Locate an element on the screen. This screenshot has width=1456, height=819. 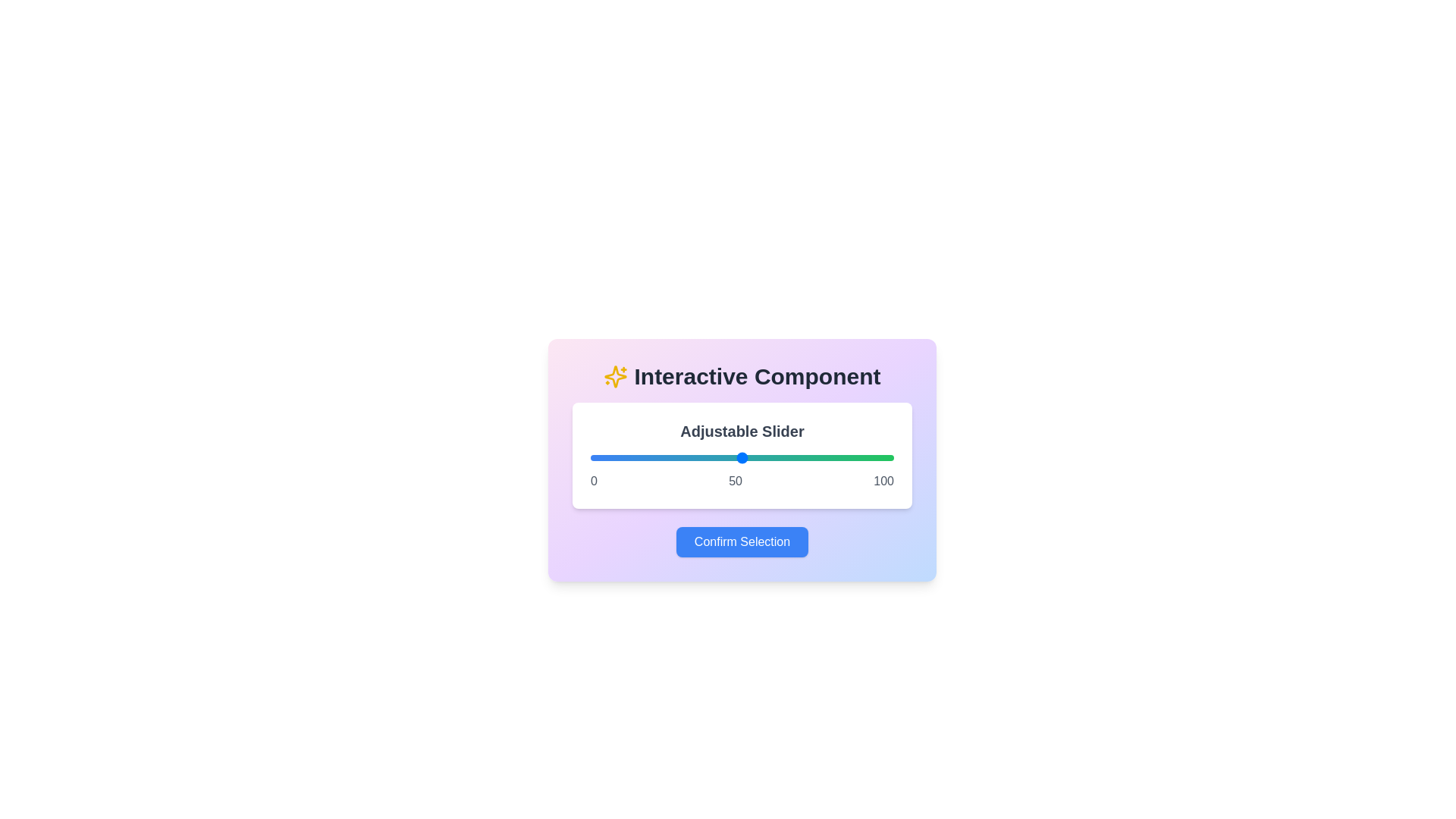
the slider to a specific value 2 is located at coordinates (596, 457).